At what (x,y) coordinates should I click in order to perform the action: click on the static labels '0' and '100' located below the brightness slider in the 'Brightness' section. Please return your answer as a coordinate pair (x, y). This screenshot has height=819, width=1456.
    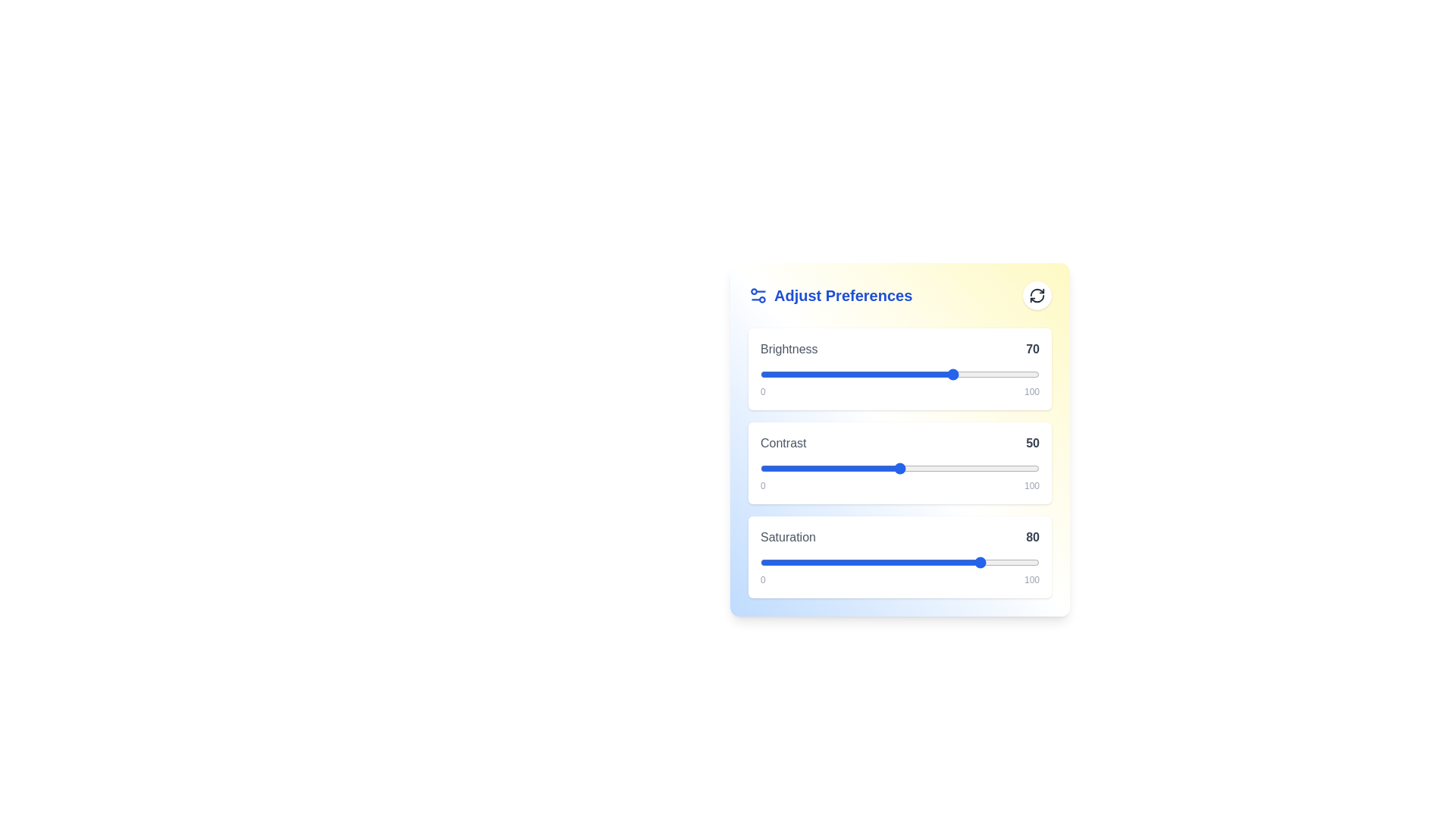
    Looking at the image, I should click on (899, 391).